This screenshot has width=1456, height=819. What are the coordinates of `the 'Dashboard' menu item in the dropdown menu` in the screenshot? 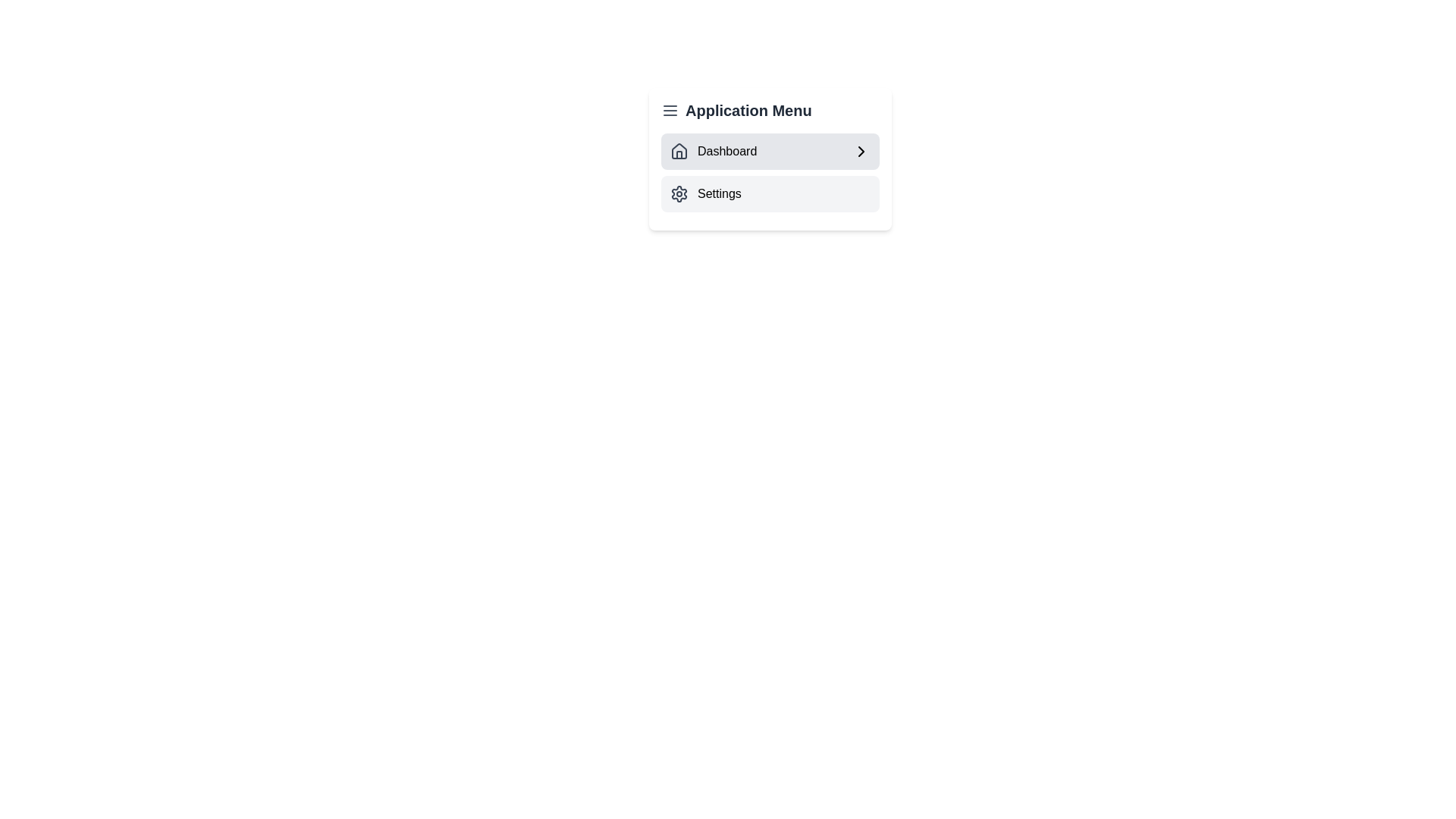 It's located at (770, 158).